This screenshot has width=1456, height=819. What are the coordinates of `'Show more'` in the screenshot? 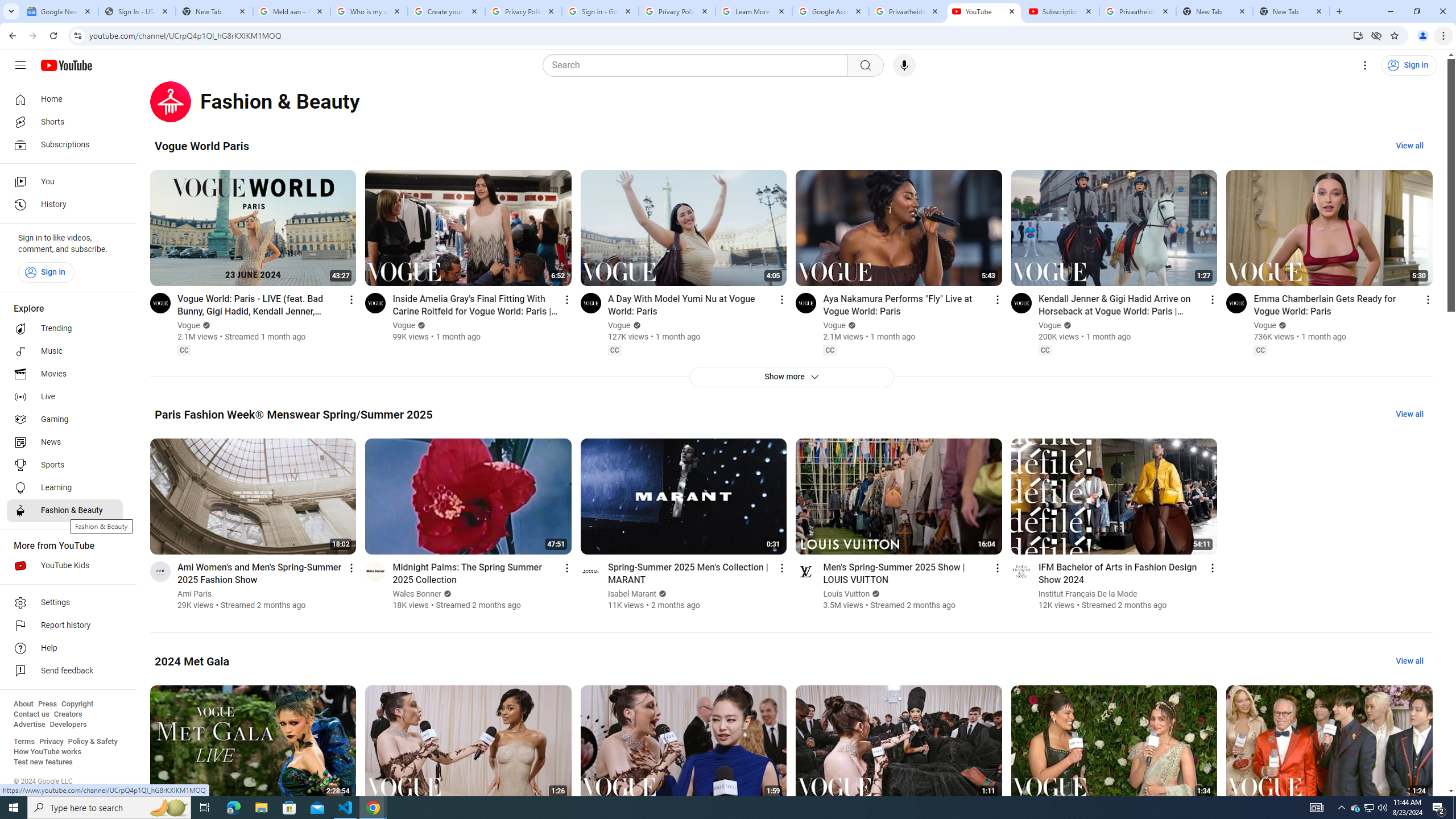 It's located at (791, 377).